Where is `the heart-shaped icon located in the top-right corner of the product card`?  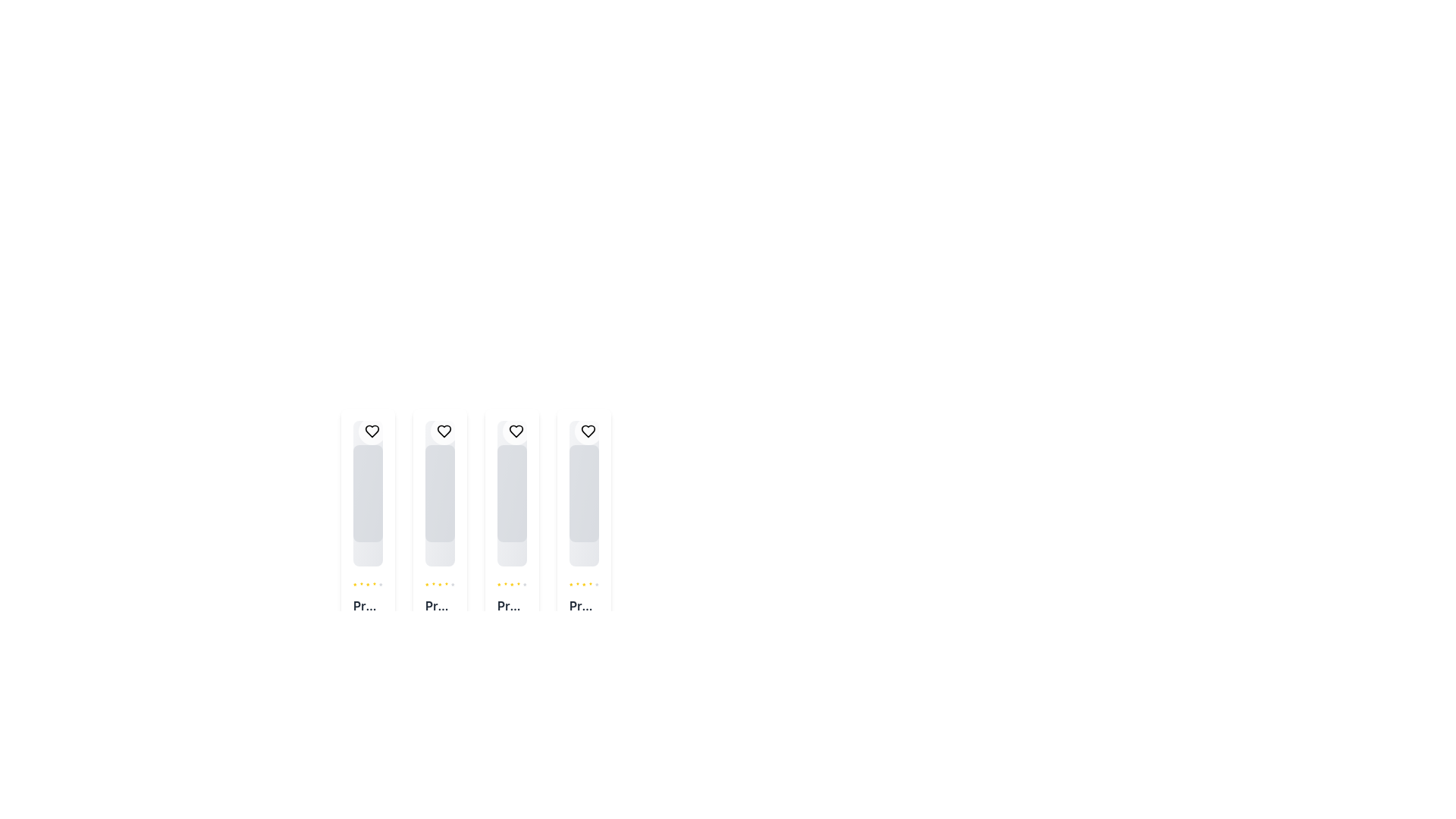
the heart-shaped icon located in the top-right corner of the product card is located at coordinates (516, 431).